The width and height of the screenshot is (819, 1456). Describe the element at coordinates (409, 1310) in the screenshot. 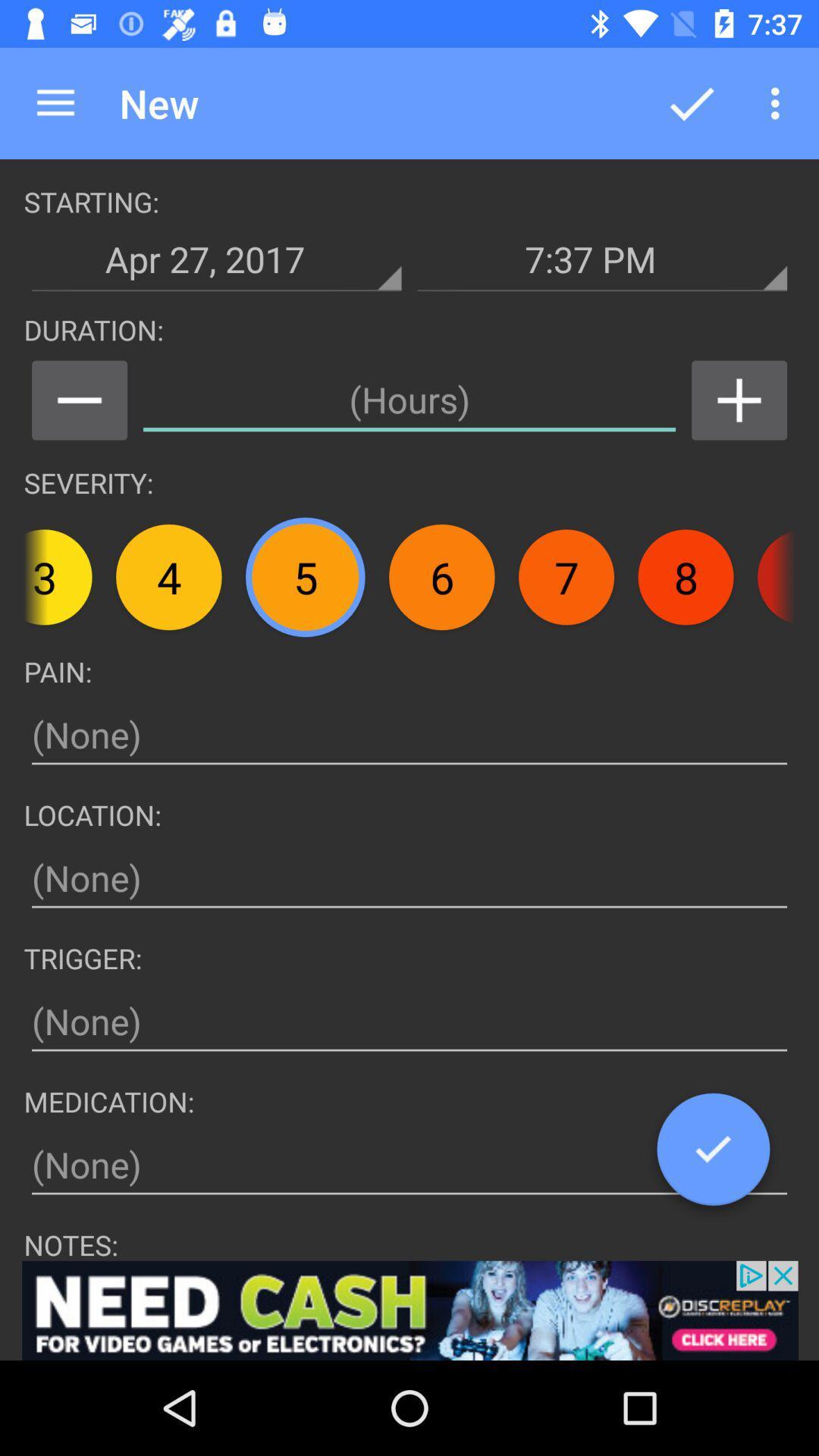

I see `option` at that location.